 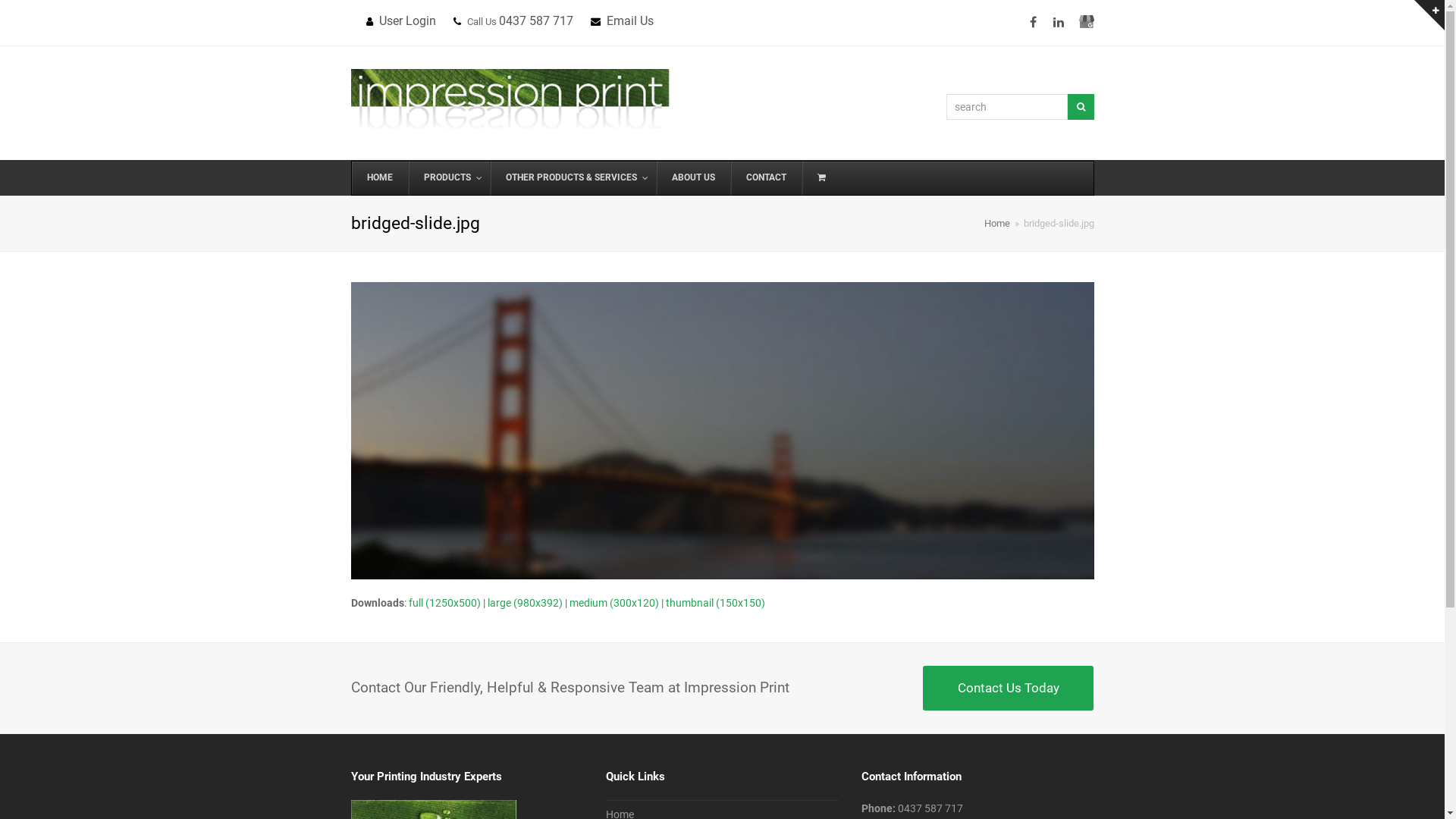 I want to click on 'large (980x392)', so click(x=524, y=601).